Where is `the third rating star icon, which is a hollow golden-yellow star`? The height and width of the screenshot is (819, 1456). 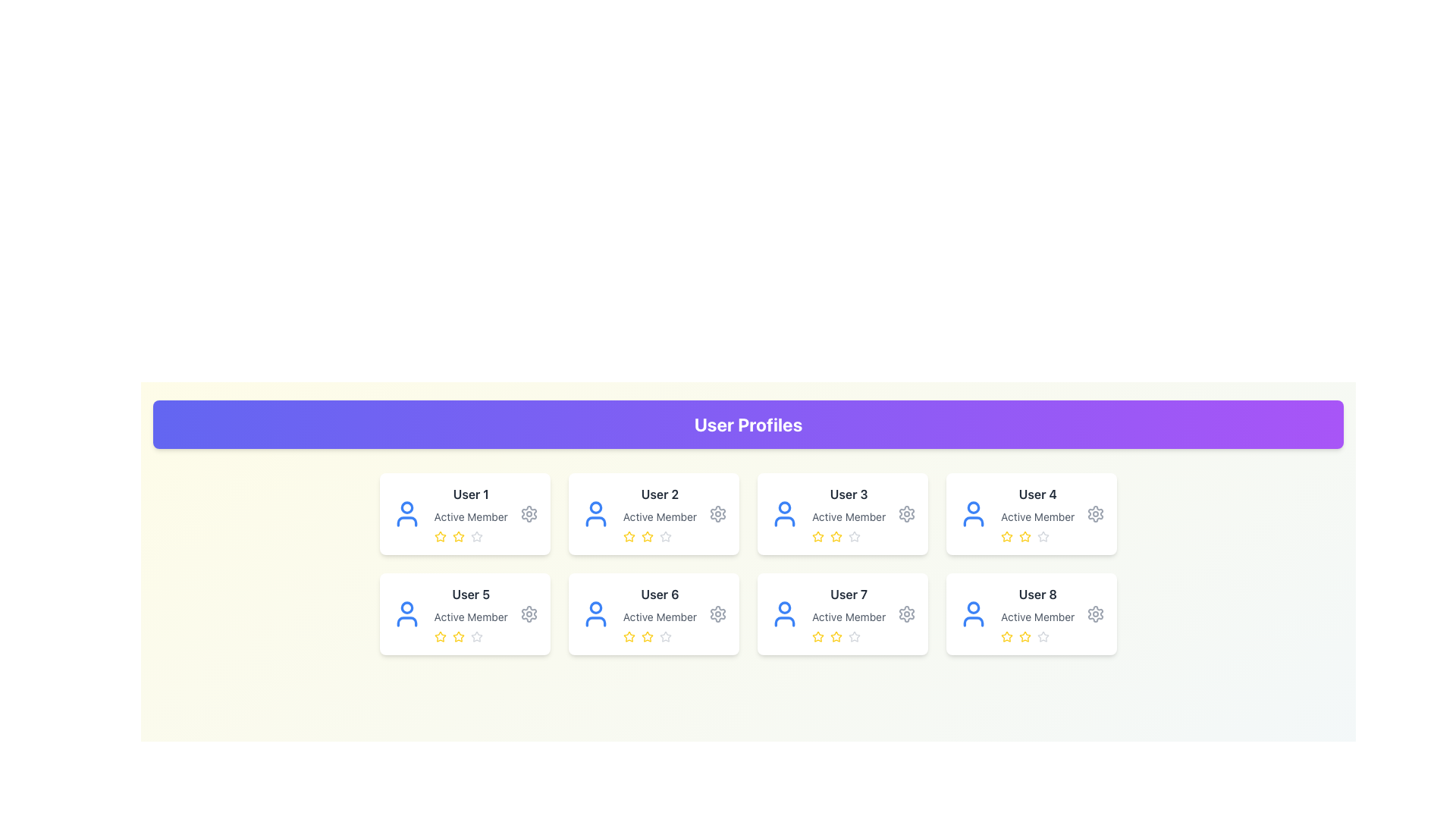 the third rating star icon, which is a hollow golden-yellow star is located at coordinates (647, 536).